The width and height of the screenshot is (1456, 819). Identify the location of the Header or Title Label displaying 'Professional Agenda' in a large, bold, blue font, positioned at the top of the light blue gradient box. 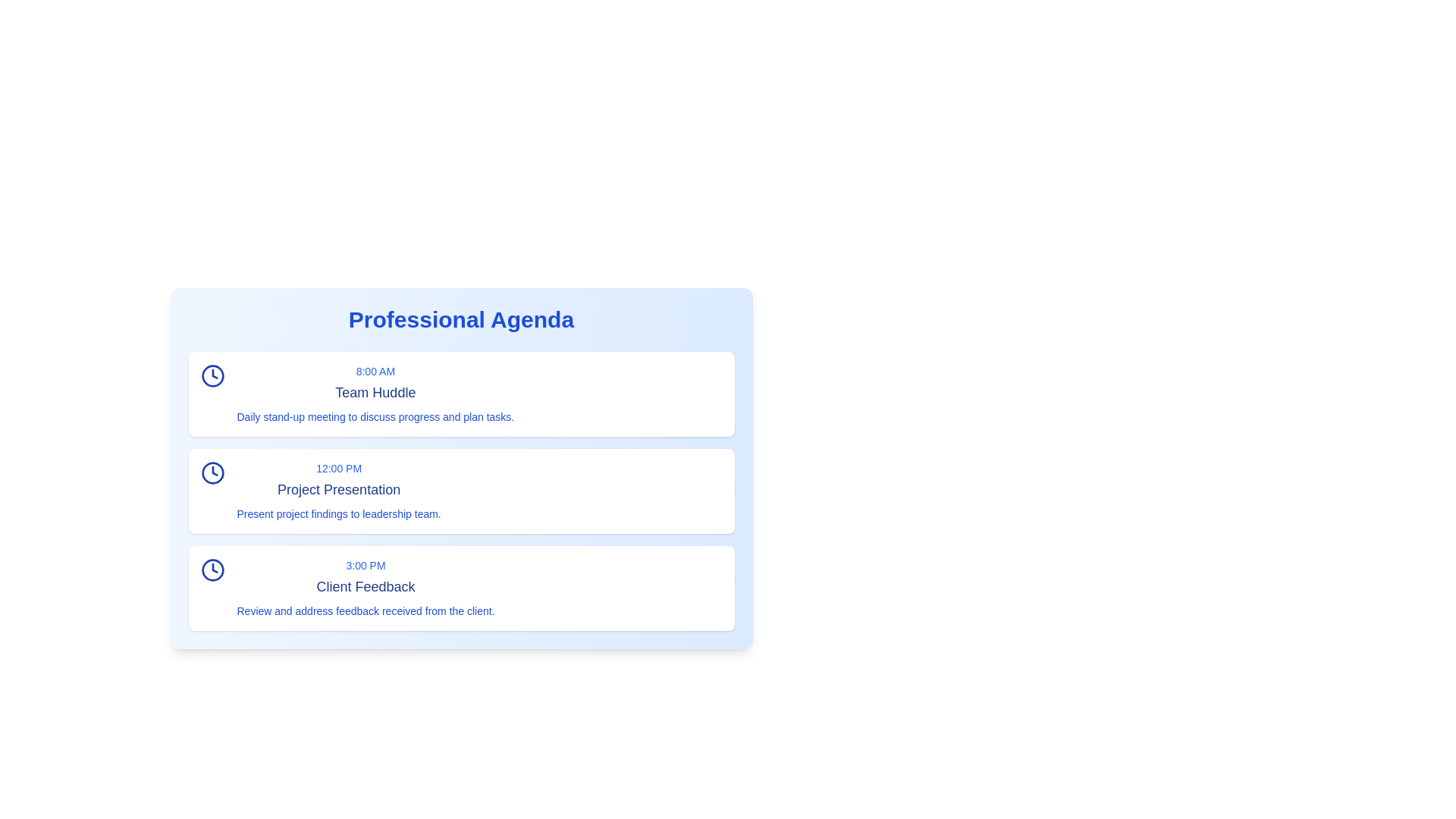
(460, 318).